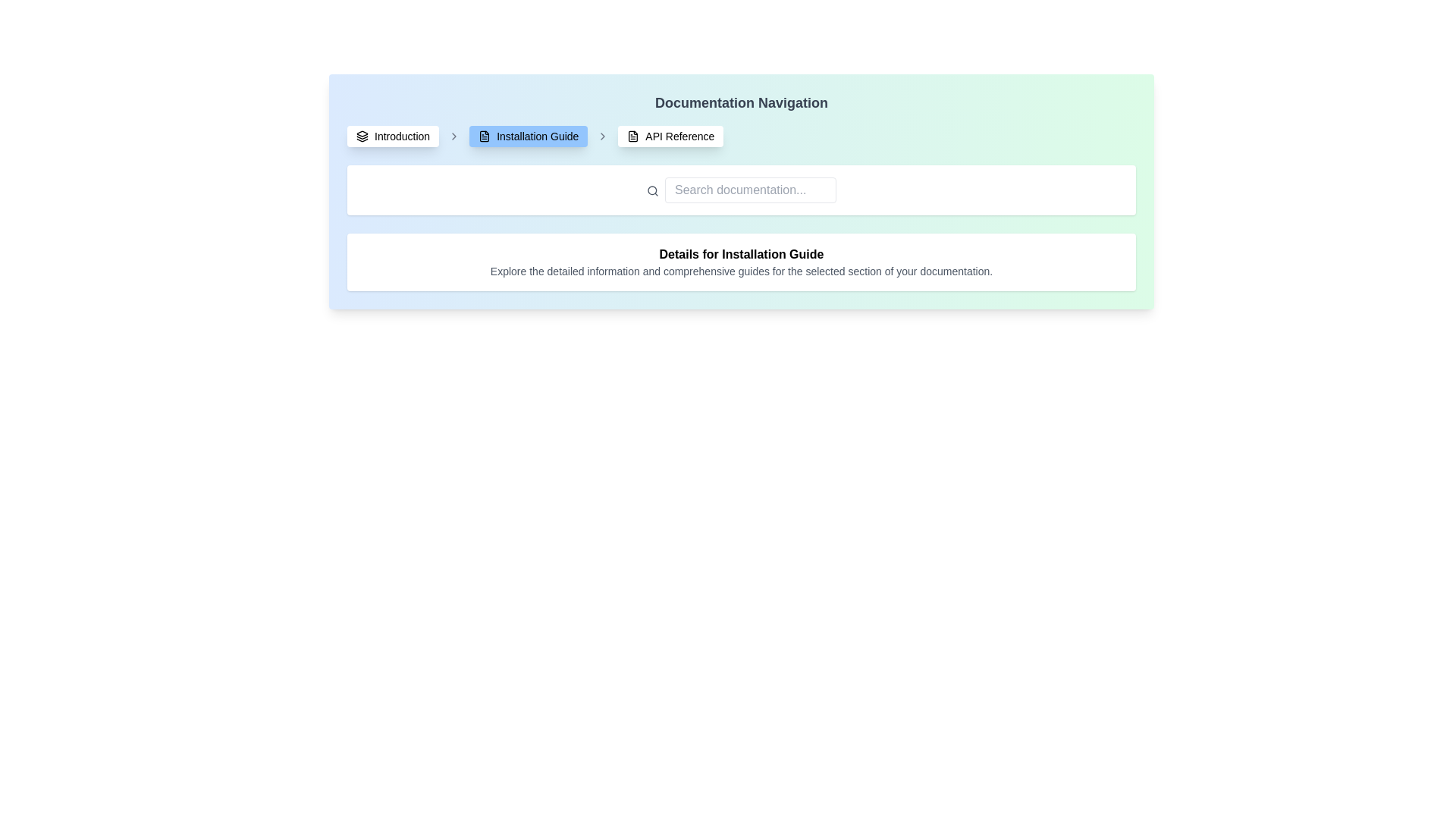 The width and height of the screenshot is (1456, 819). What do you see at coordinates (484, 136) in the screenshot?
I see `the 'Installation Guide' button which contains a blue-bordered file icon on its left side` at bounding box center [484, 136].